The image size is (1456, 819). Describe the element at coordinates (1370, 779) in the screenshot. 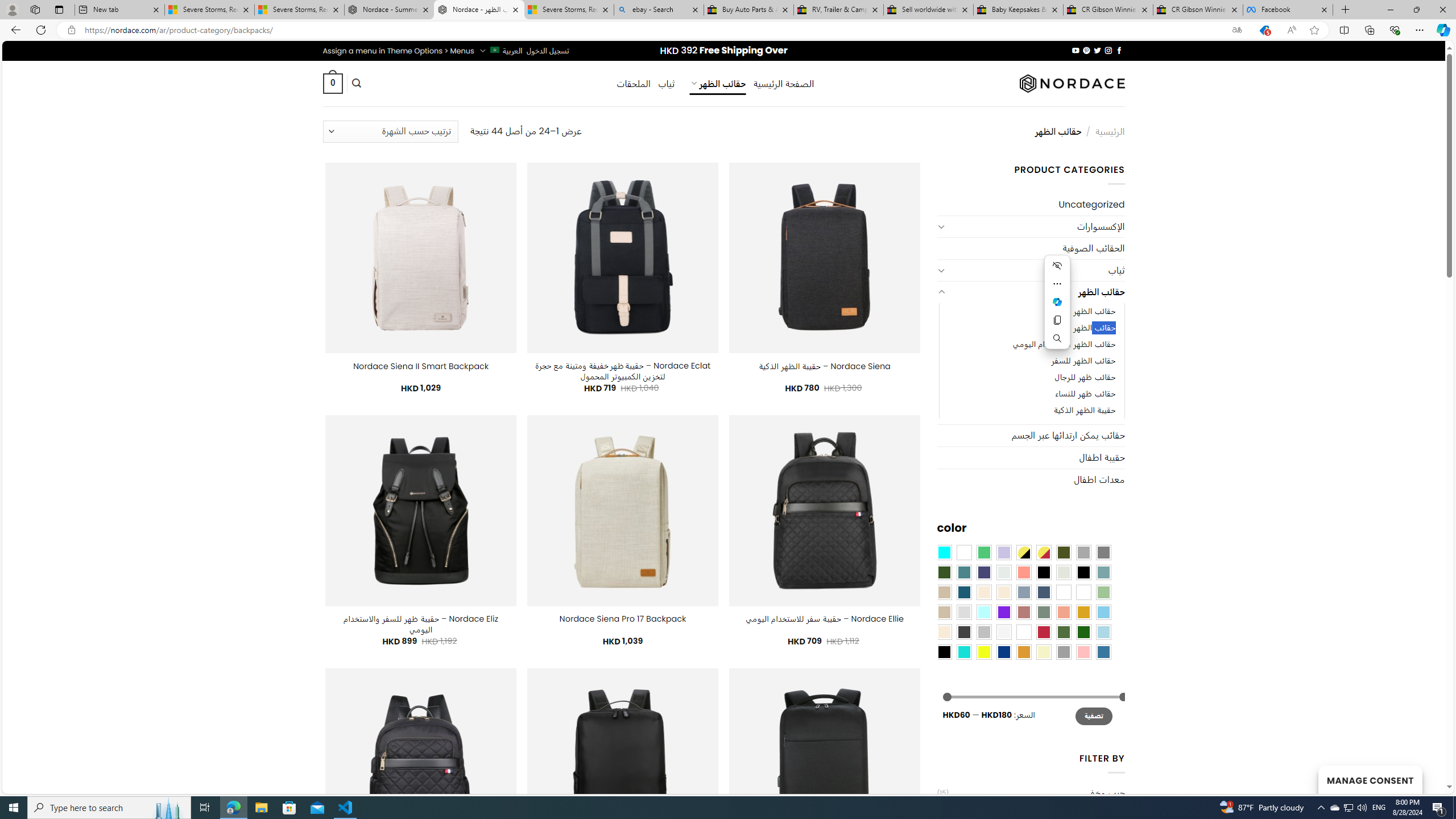

I see `'MANAGE CONSENT'` at that location.